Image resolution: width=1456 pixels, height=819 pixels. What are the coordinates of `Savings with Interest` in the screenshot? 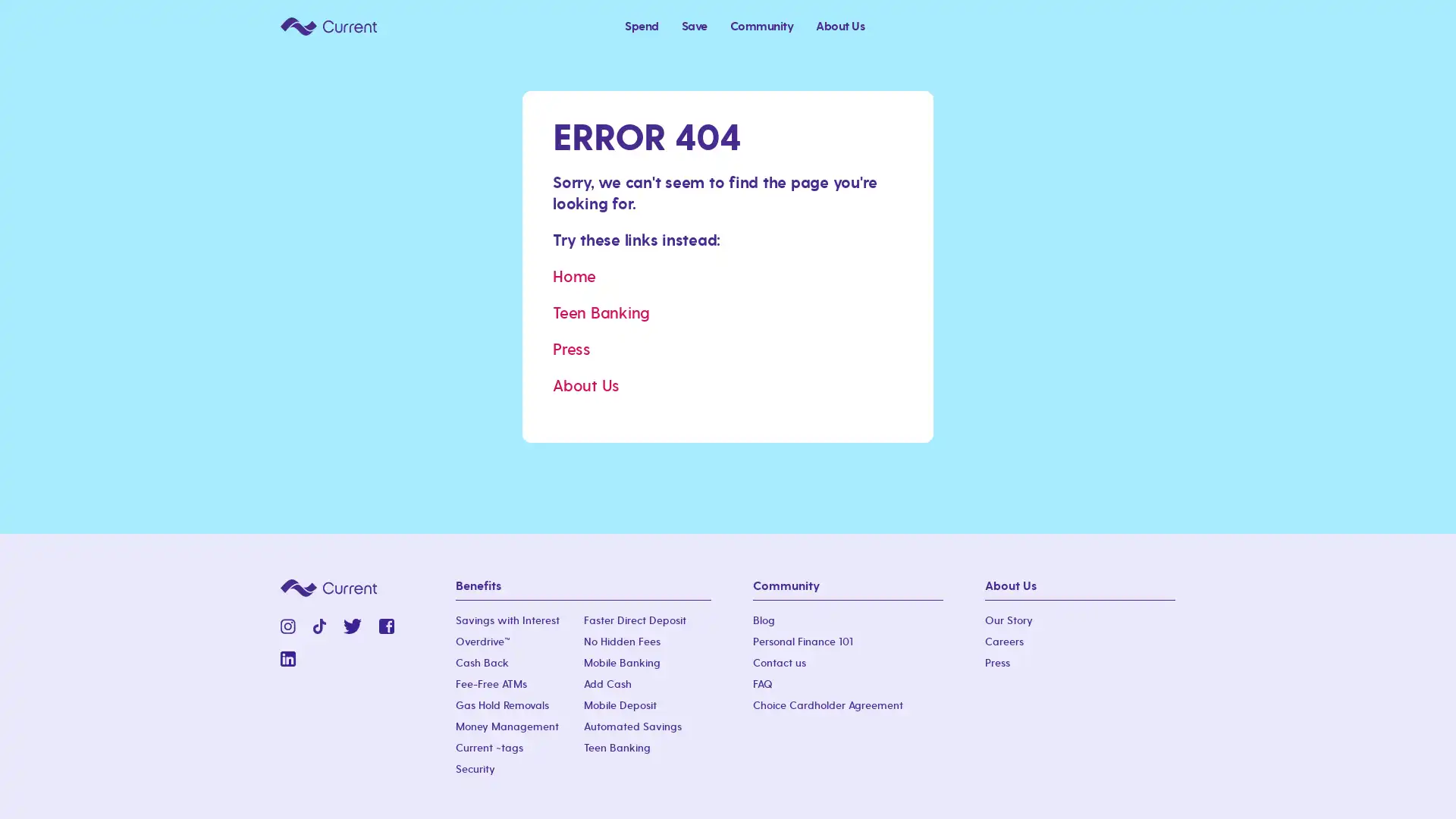 It's located at (507, 620).